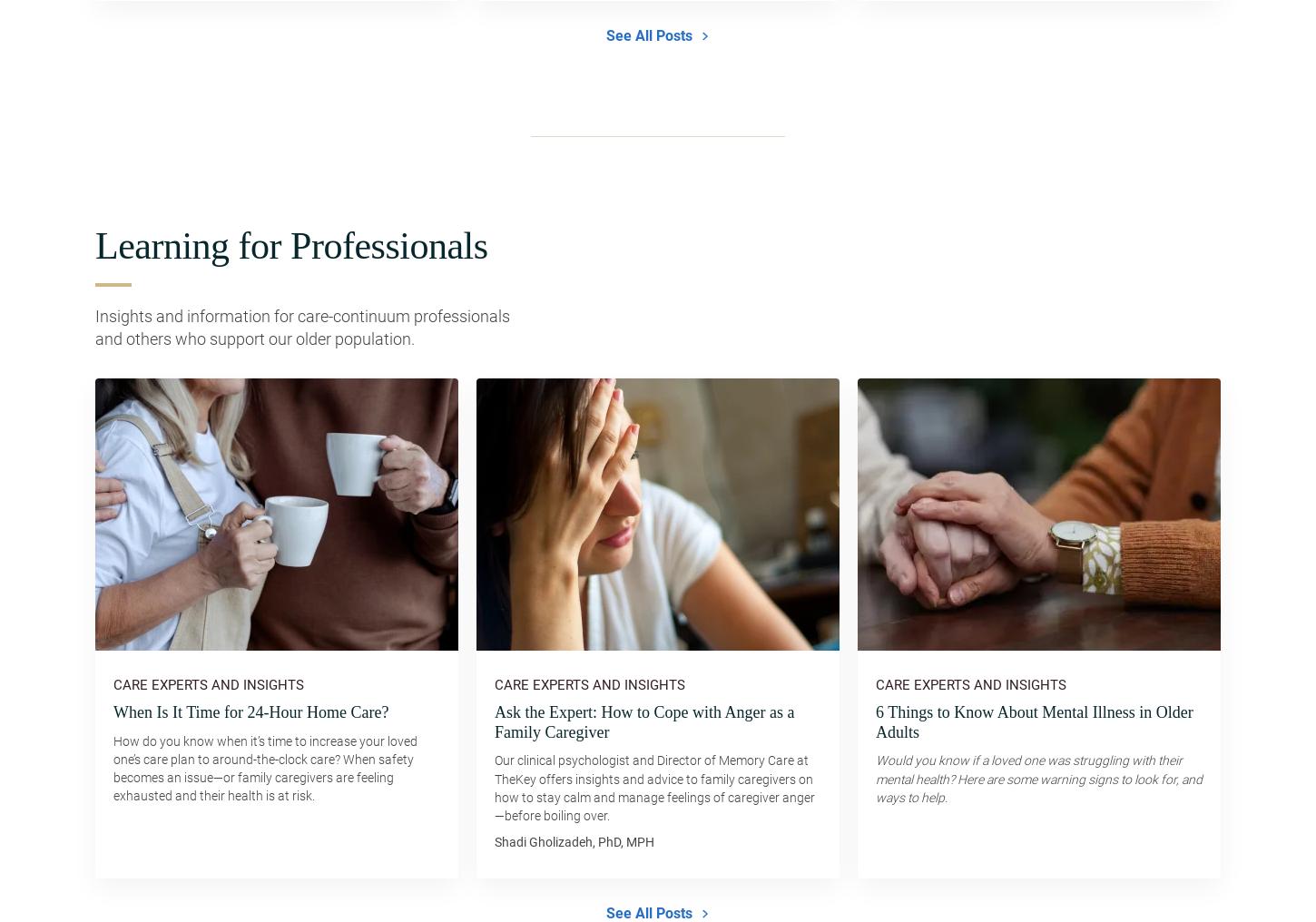 This screenshot has width=1316, height=922. Describe the element at coordinates (250, 711) in the screenshot. I see `'When Is It Time for 24-Hour Home Care?'` at that location.